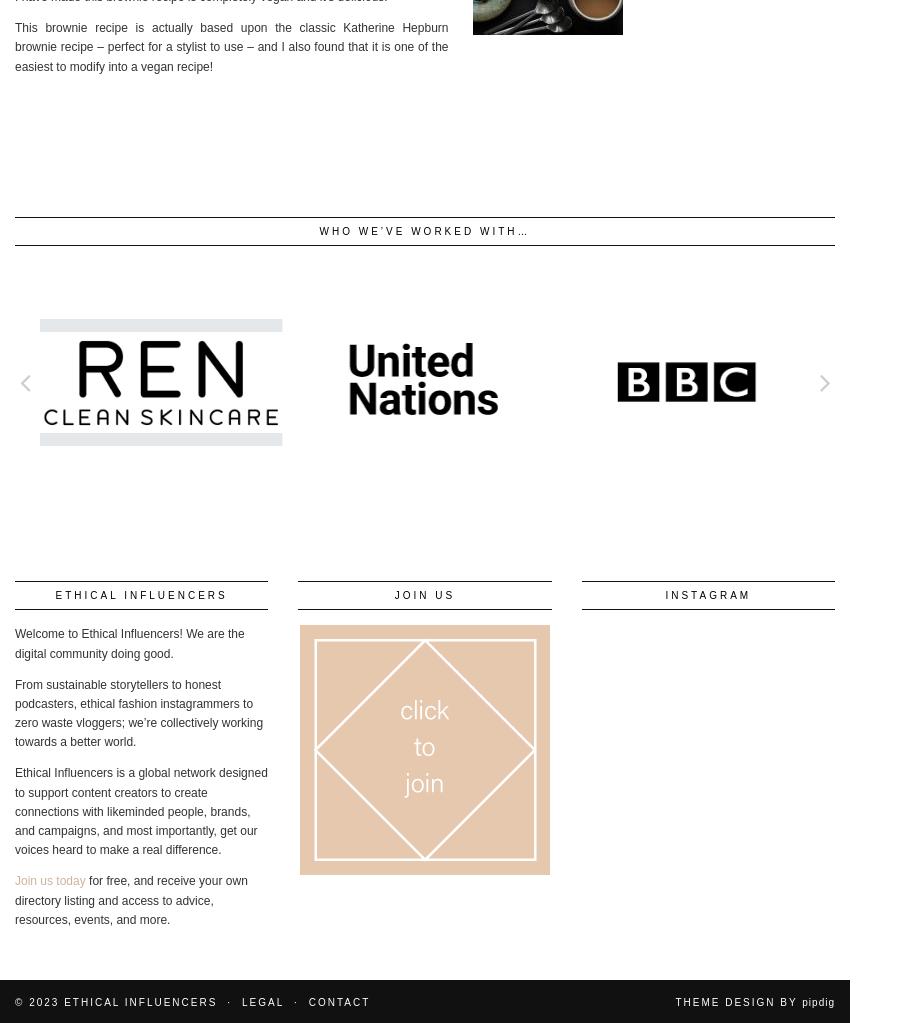 Image resolution: width=898 pixels, height=1023 pixels. What do you see at coordinates (318, 229) in the screenshot?
I see `'Who We’ve Worked With…'` at bounding box center [318, 229].